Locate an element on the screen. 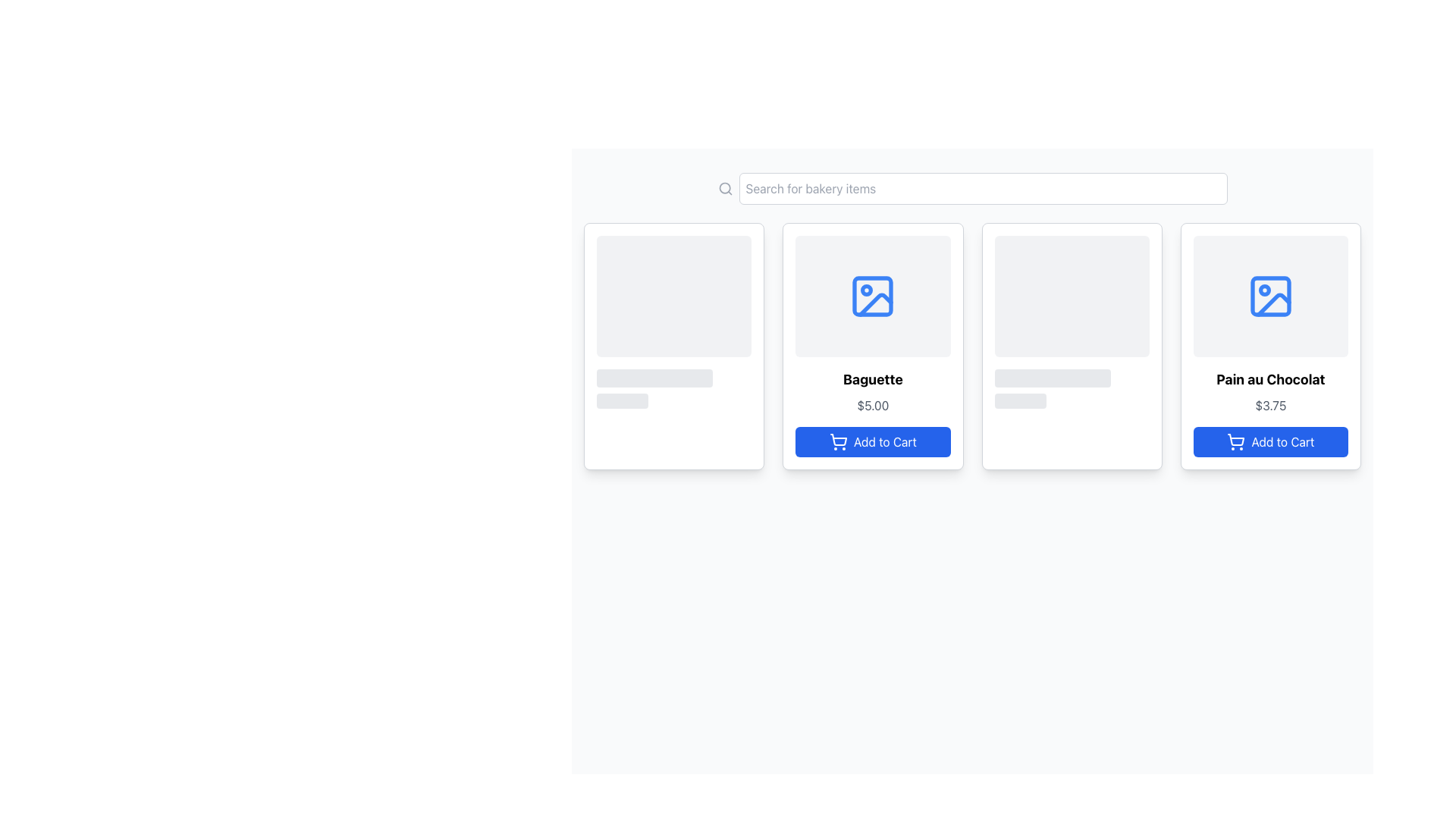 The image size is (1456, 819). the 'Pain au Chocolat' text label located at the bottom of the card layout is located at coordinates (1270, 379).